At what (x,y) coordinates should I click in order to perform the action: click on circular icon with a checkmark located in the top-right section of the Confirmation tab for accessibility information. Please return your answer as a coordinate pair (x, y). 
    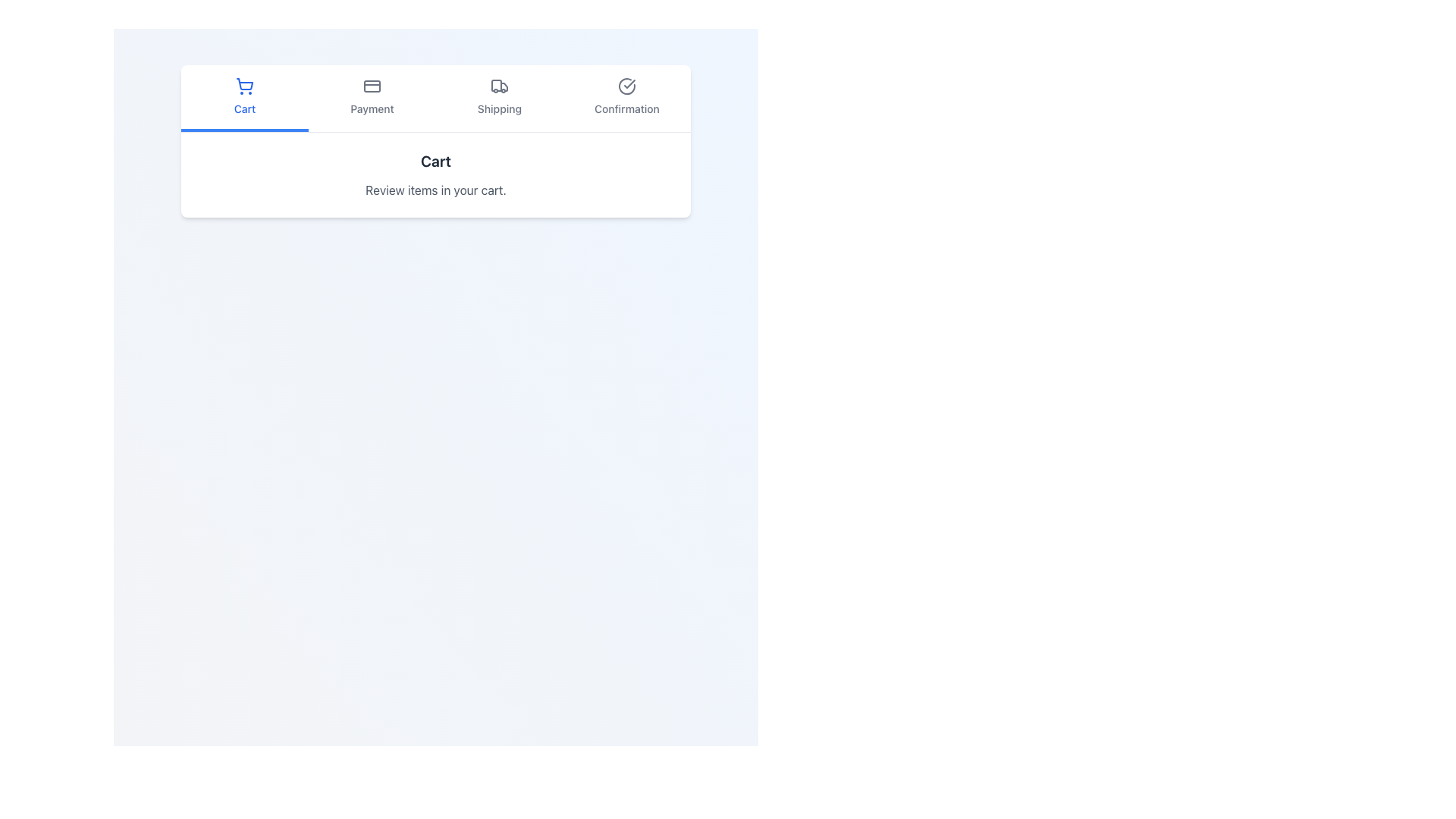
    Looking at the image, I should click on (626, 86).